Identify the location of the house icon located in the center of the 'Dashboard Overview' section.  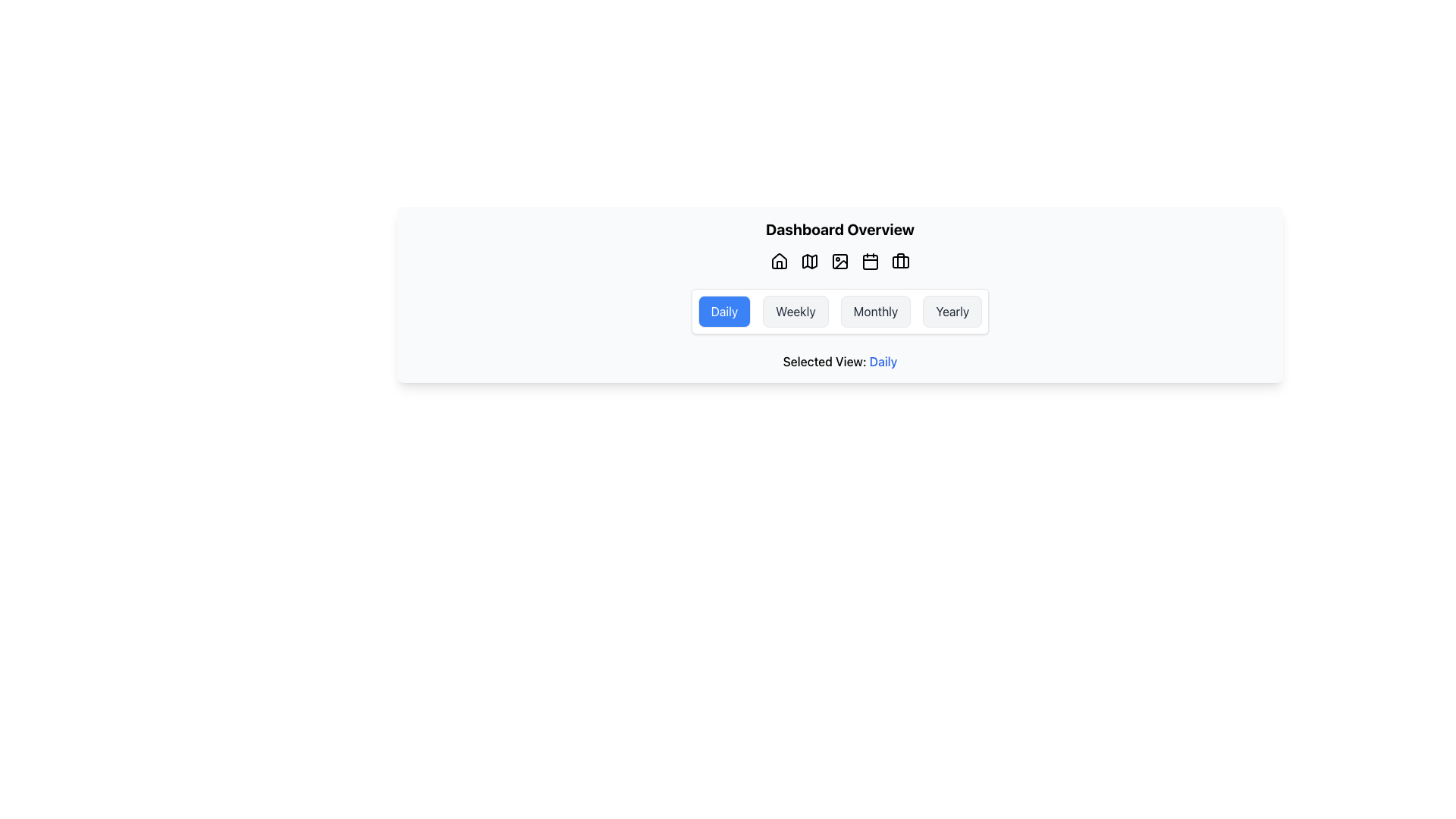
(779, 259).